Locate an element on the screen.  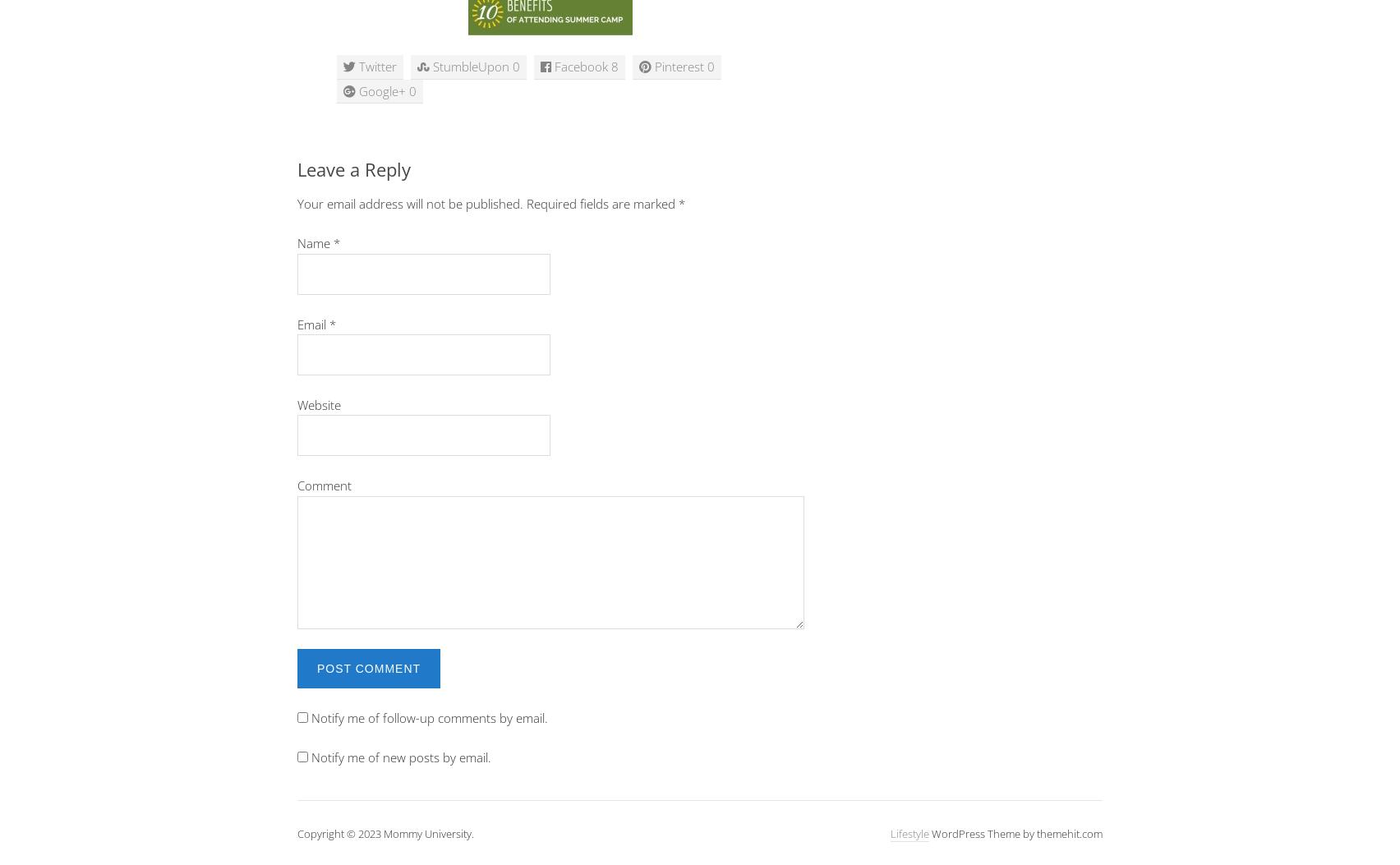
'StumbleUpon' is located at coordinates (471, 65).